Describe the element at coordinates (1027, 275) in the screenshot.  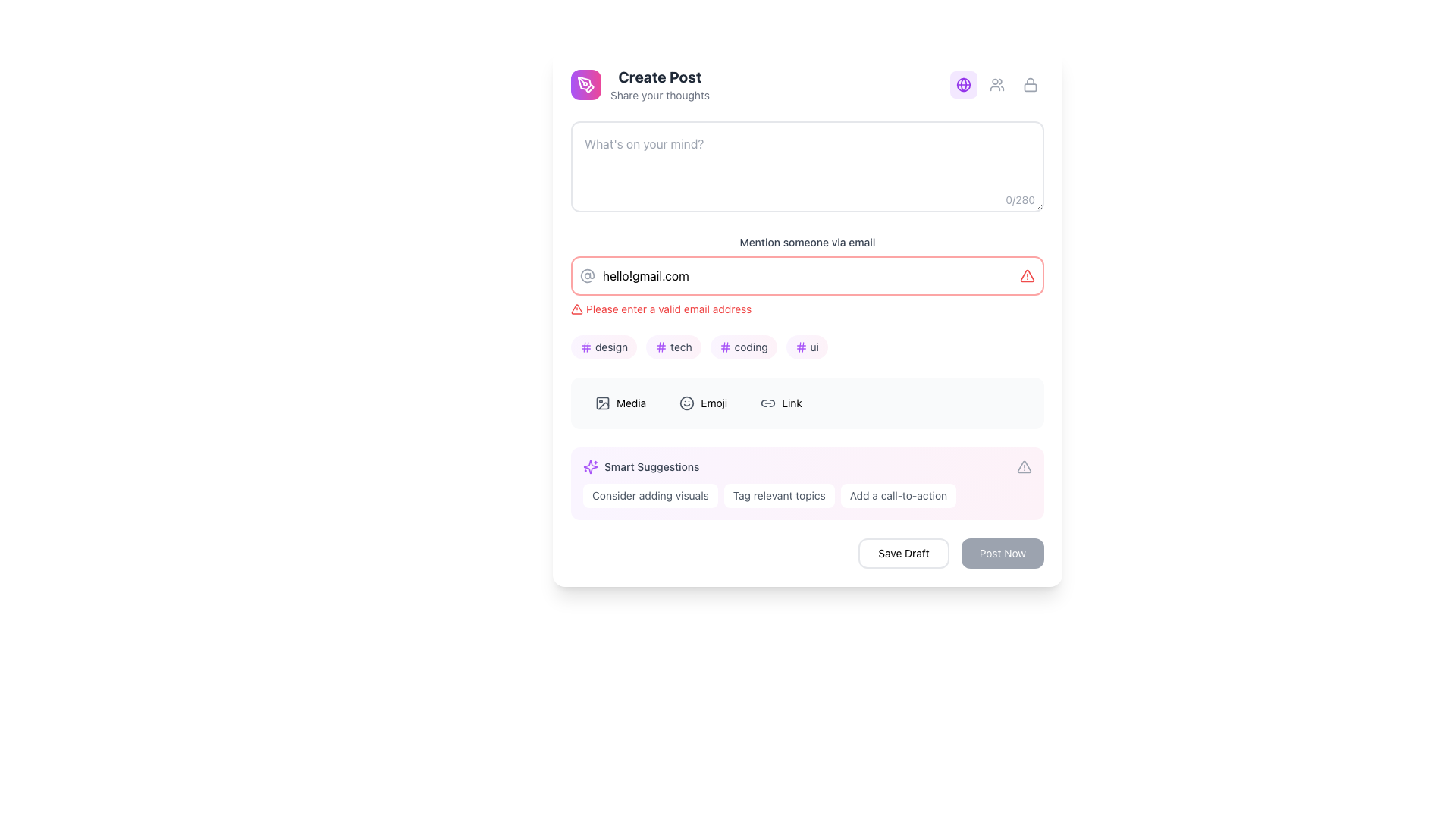
I see `the error/warning icon located on the right edge of the email input field` at that location.